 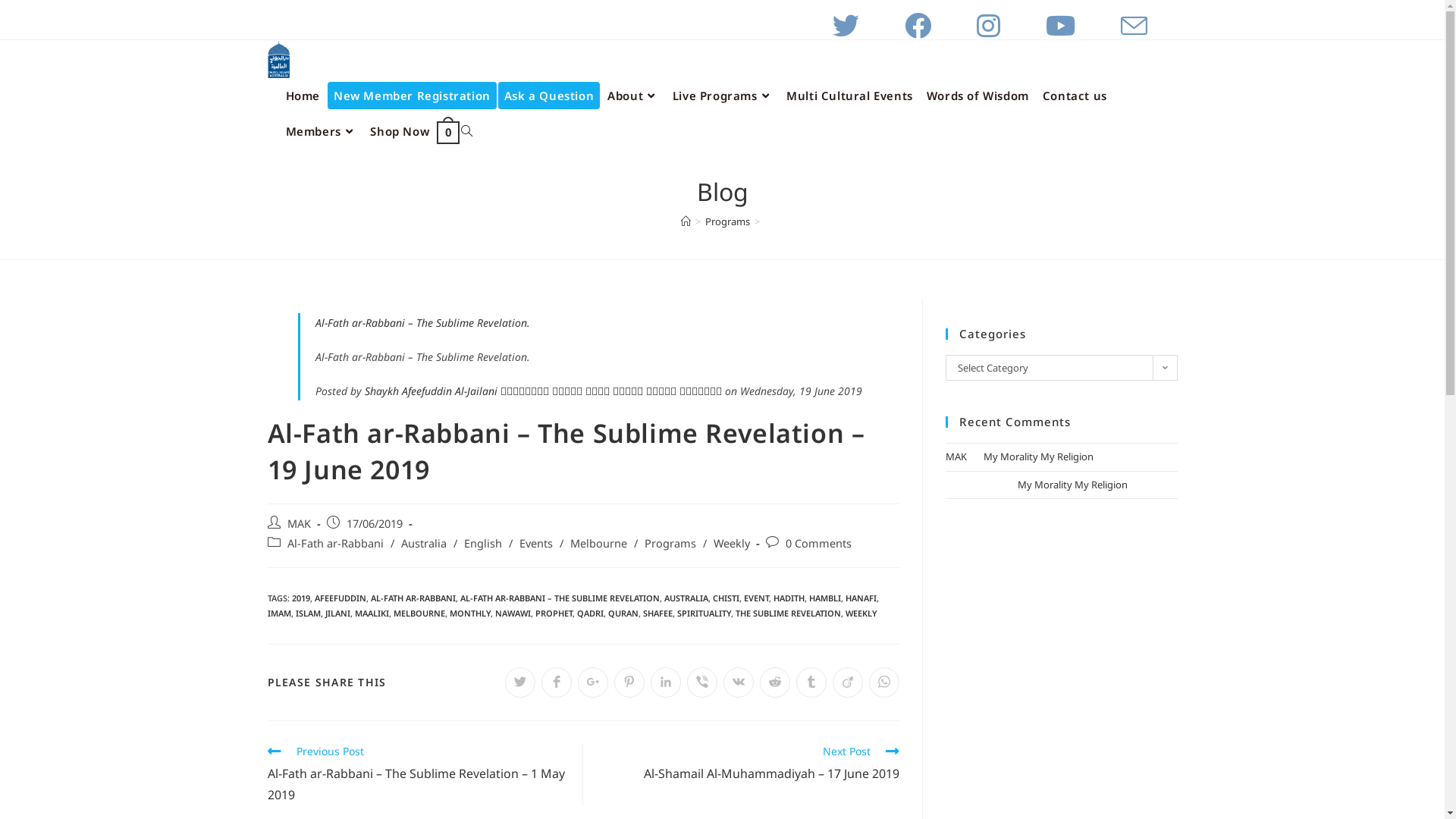 What do you see at coordinates (600, 96) in the screenshot?
I see `'About'` at bounding box center [600, 96].